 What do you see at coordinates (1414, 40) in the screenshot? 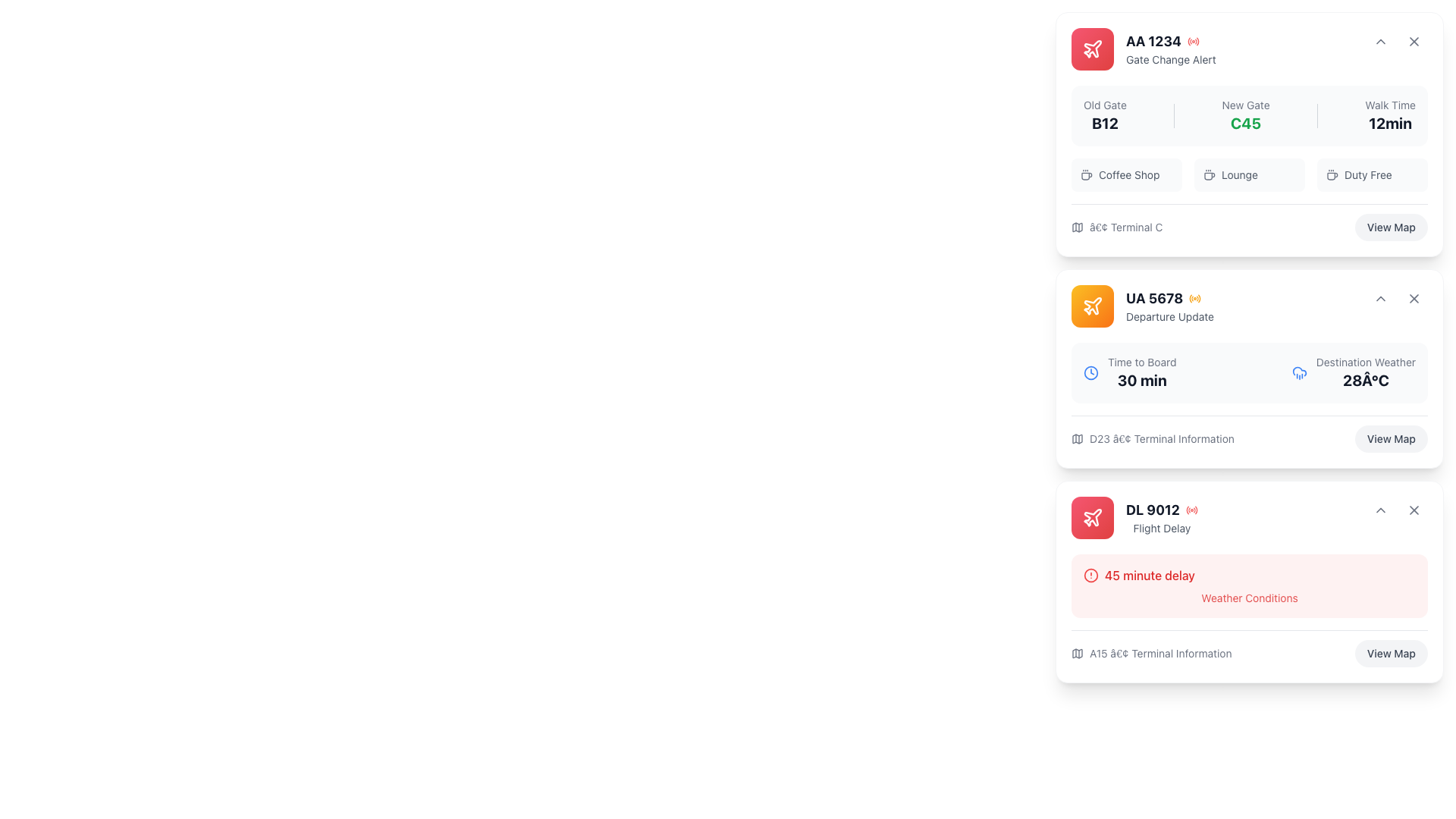
I see `the 'X' mark button at the top-right corner of the flight information card for 'AA 1234 Gate Change Alert'` at bounding box center [1414, 40].